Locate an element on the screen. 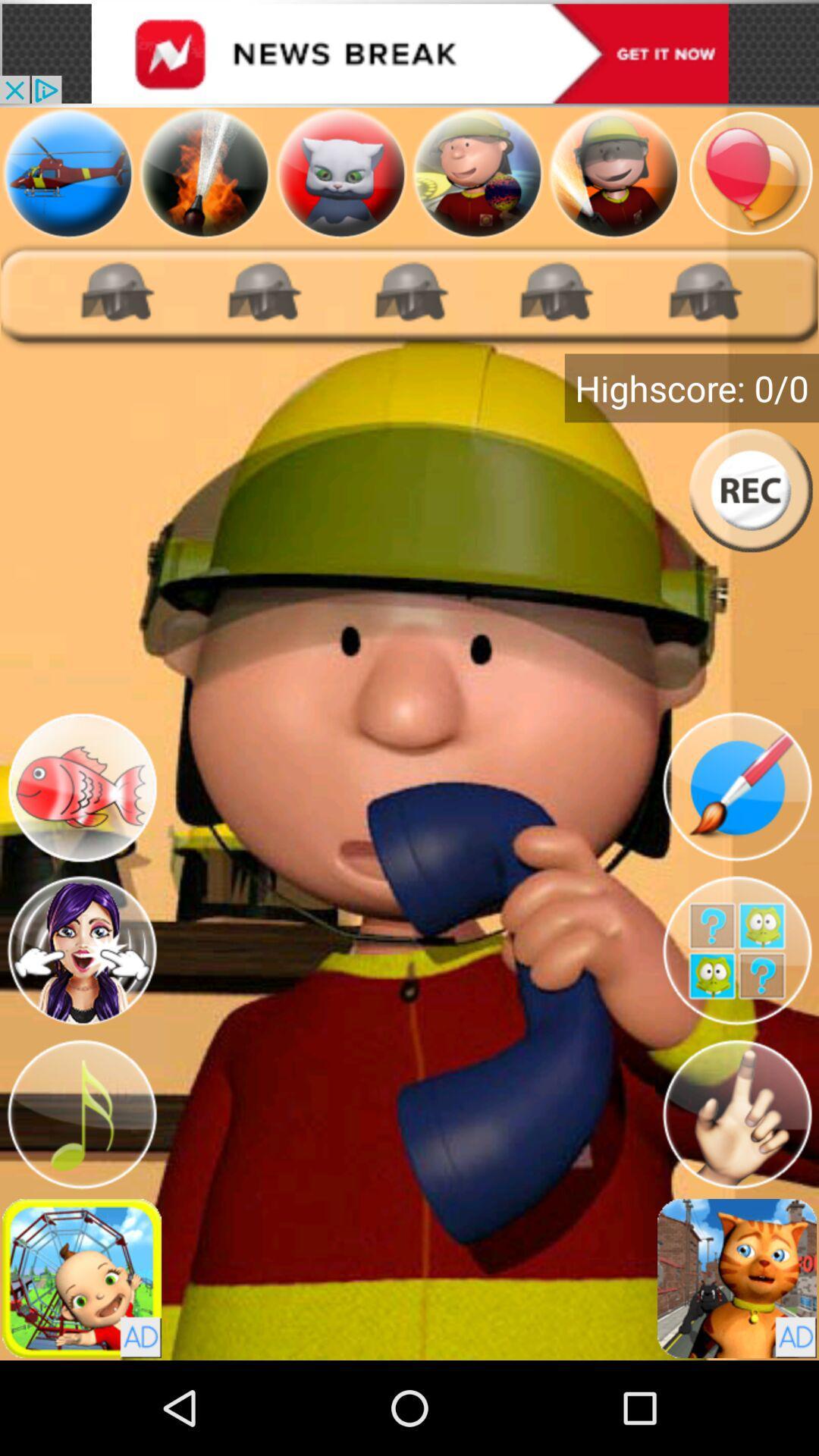  advertisent page is located at coordinates (614, 173).